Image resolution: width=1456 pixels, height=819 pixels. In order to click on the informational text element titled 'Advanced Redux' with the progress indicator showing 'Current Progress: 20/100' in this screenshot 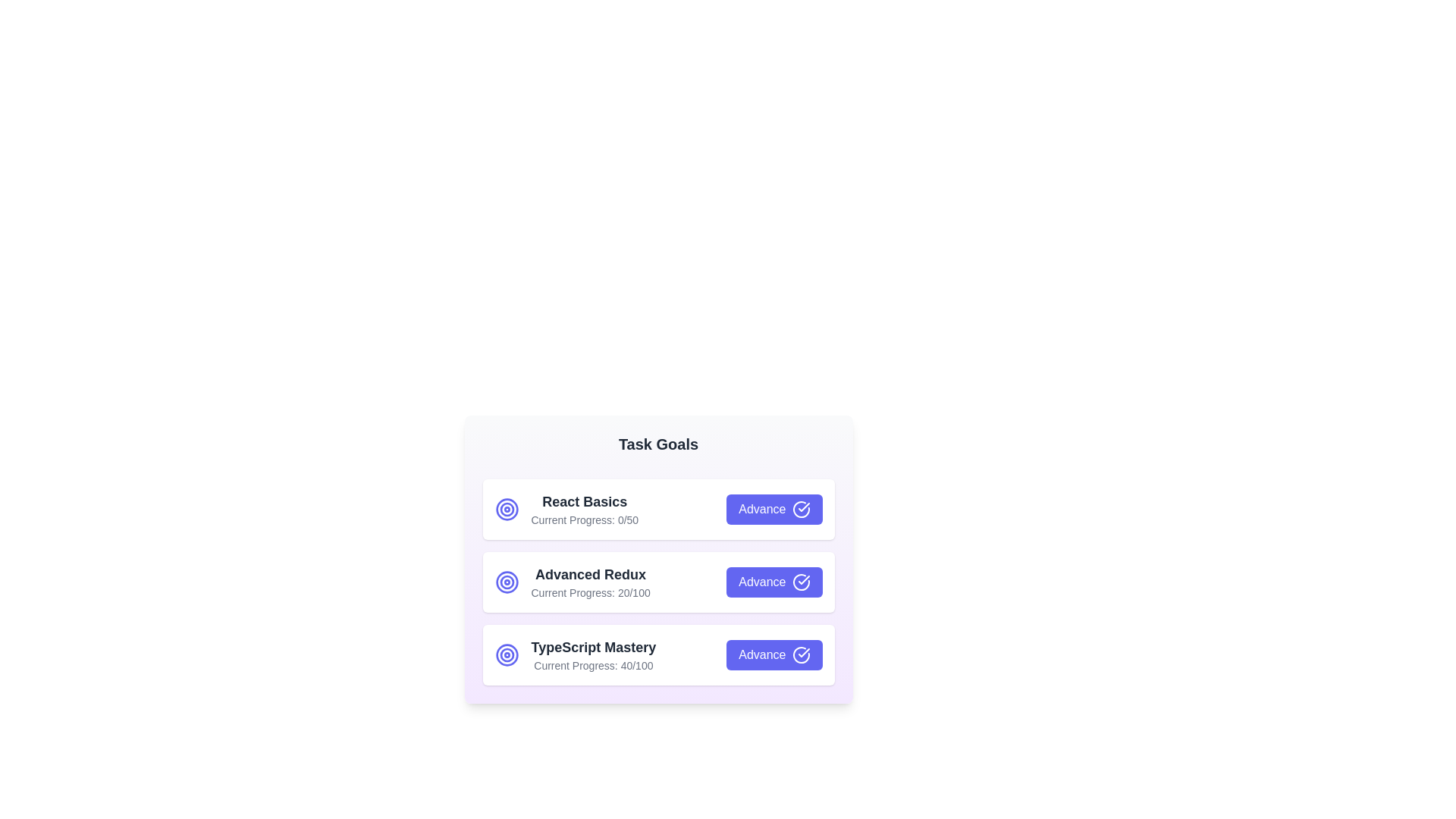, I will do `click(572, 581)`.